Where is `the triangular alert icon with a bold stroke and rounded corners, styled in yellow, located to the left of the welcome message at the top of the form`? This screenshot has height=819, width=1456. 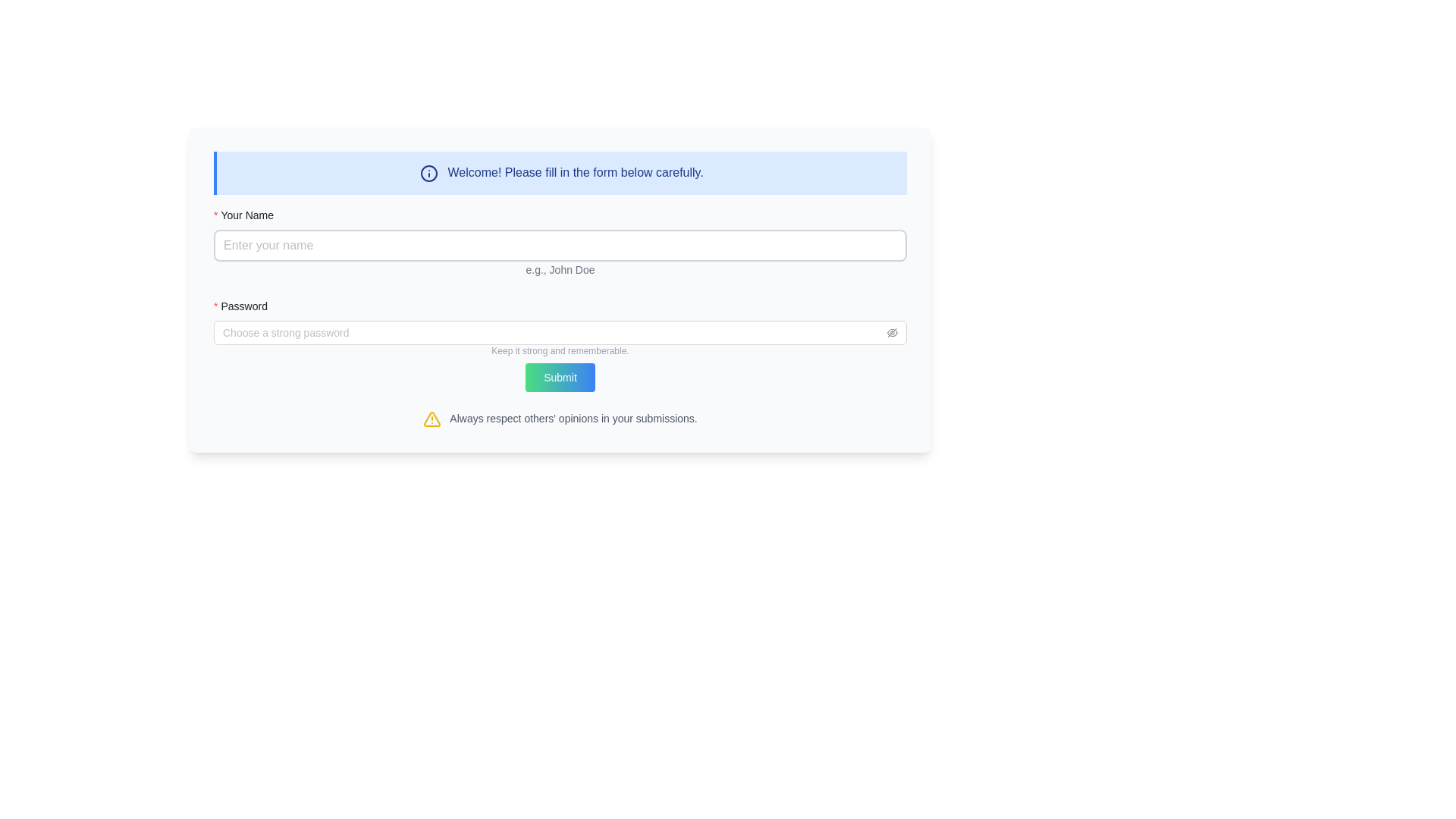
the triangular alert icon with a bold stroke and rounded corners, styled in yellow, located to the left of the welcome message at the top of the form is located at coordinates (431, 419).